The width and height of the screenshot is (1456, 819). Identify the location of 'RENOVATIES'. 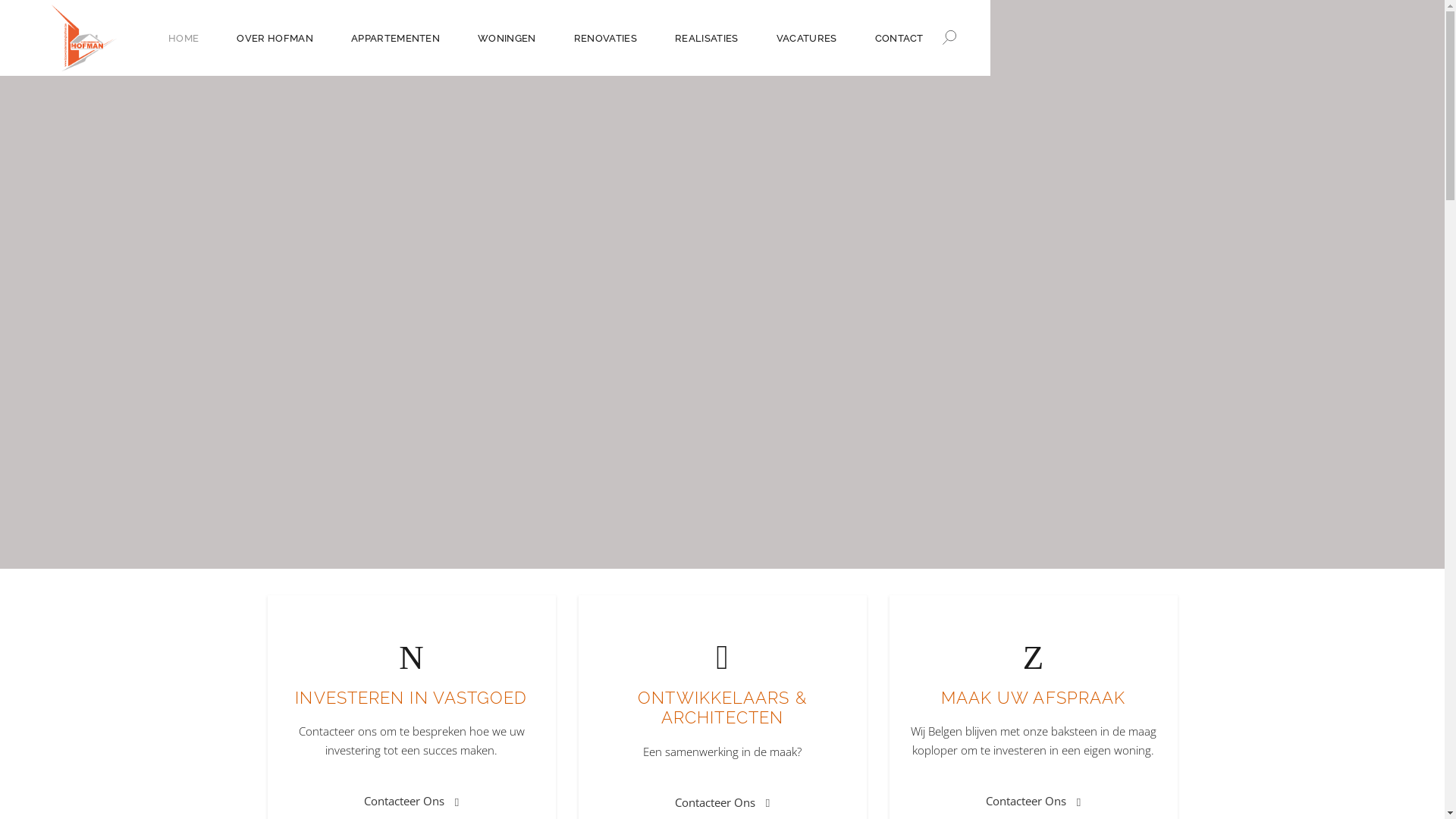
(554, 36).